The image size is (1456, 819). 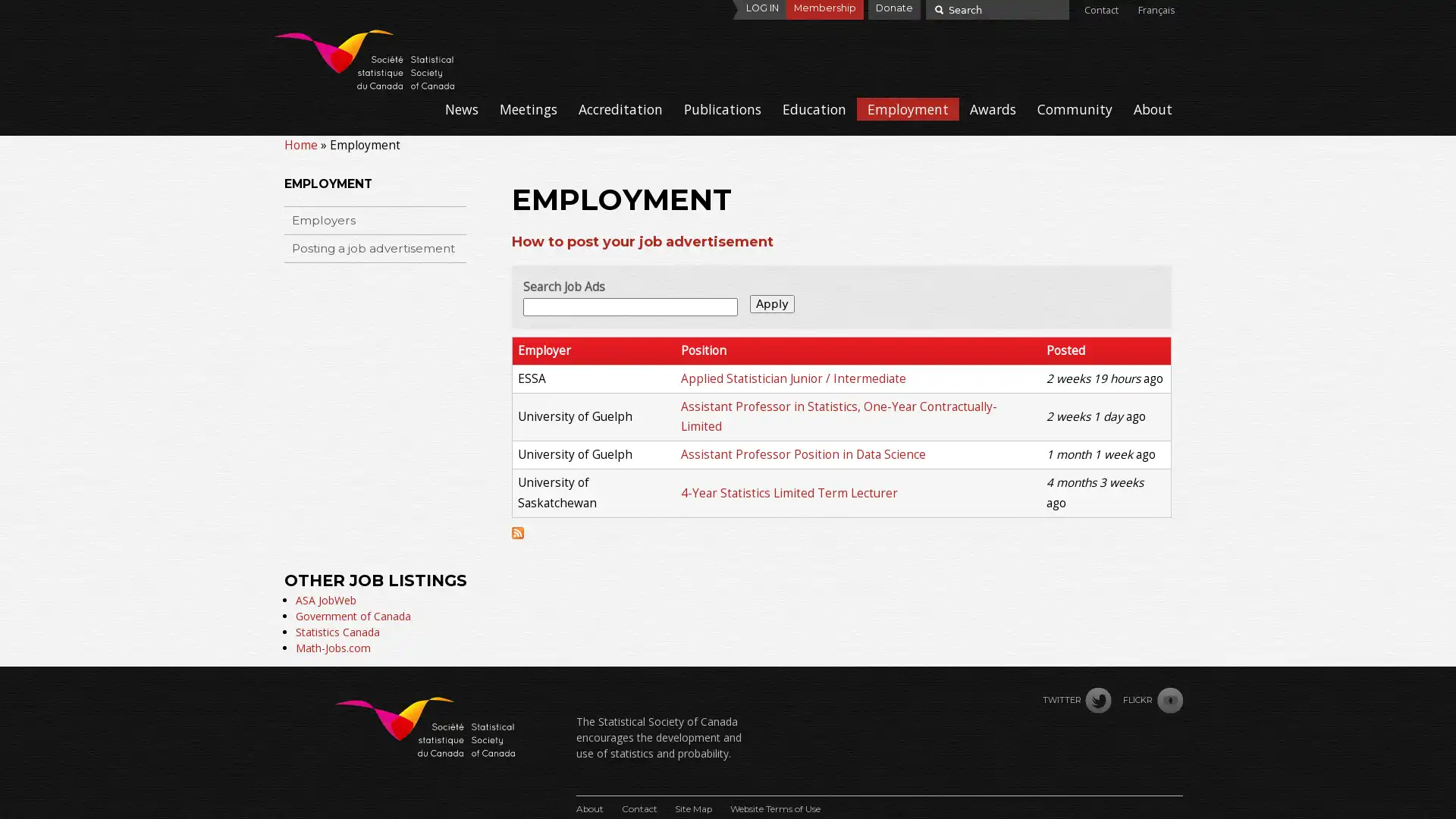 What do you see at coordinates (937, 8) in the screenshot?
I see `Search` at bounding box center [937, 8].